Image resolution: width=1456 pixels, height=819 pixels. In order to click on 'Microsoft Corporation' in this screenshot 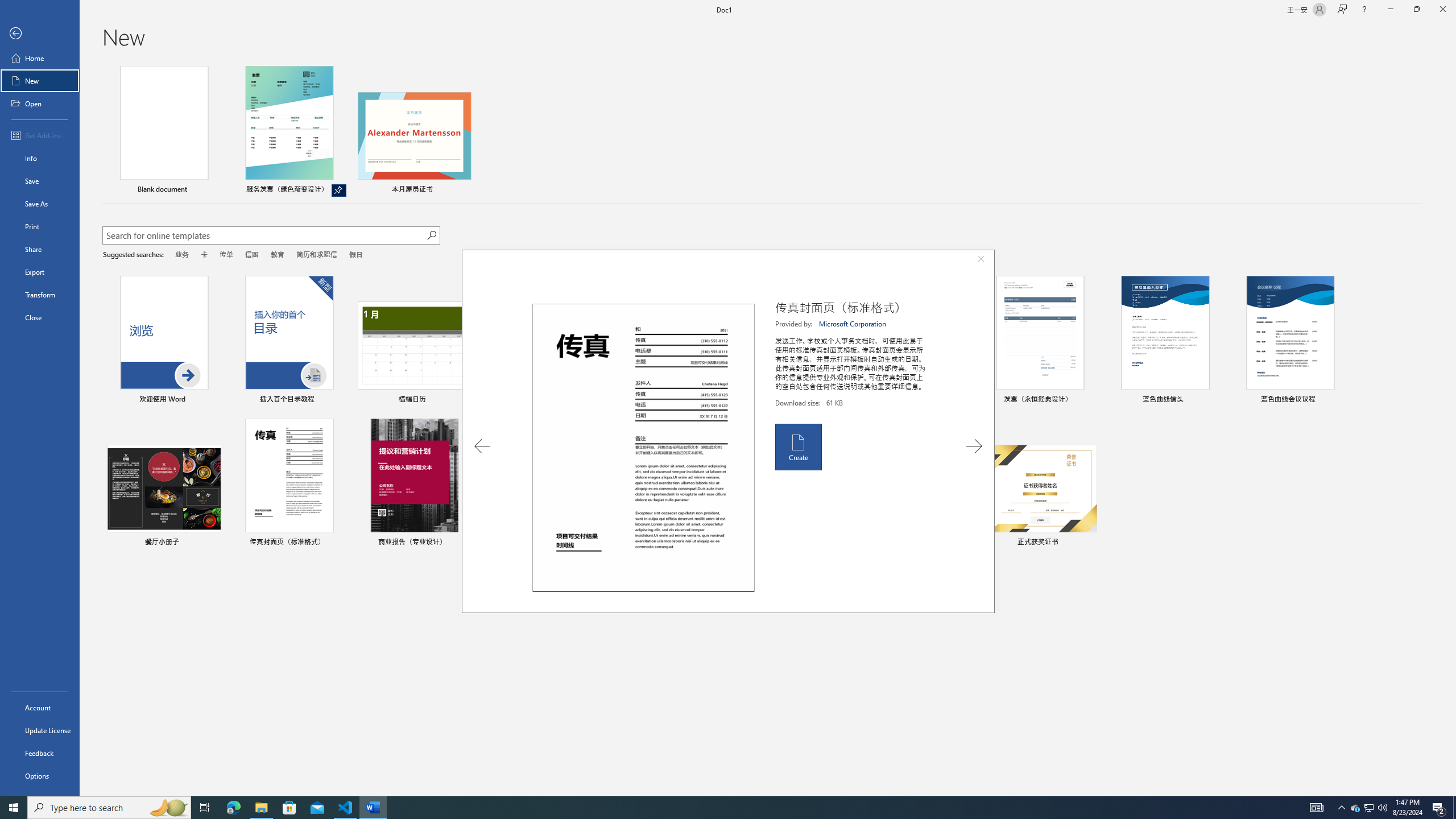, I will do `click(853, 323)`.